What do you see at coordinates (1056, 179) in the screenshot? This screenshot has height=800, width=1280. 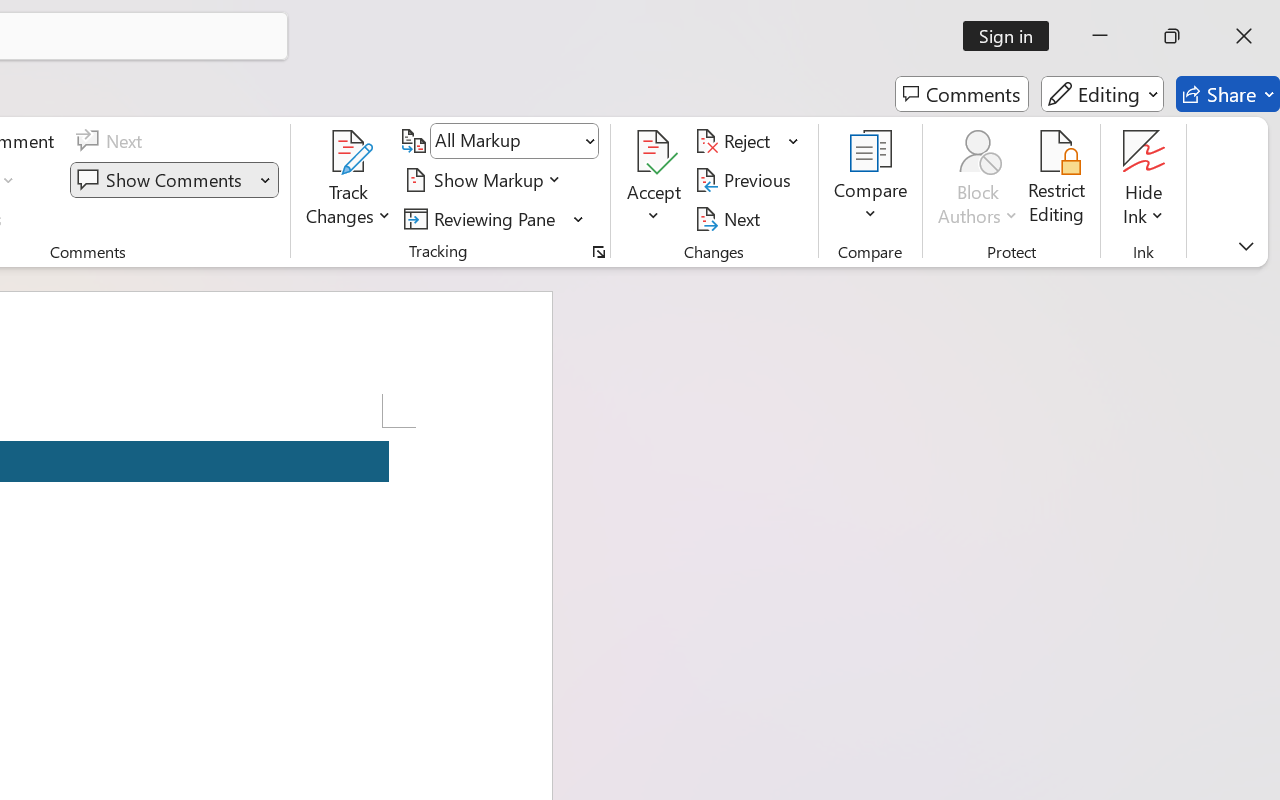 I see `'Restrict Editing'` at bounding box center [1056, 179].